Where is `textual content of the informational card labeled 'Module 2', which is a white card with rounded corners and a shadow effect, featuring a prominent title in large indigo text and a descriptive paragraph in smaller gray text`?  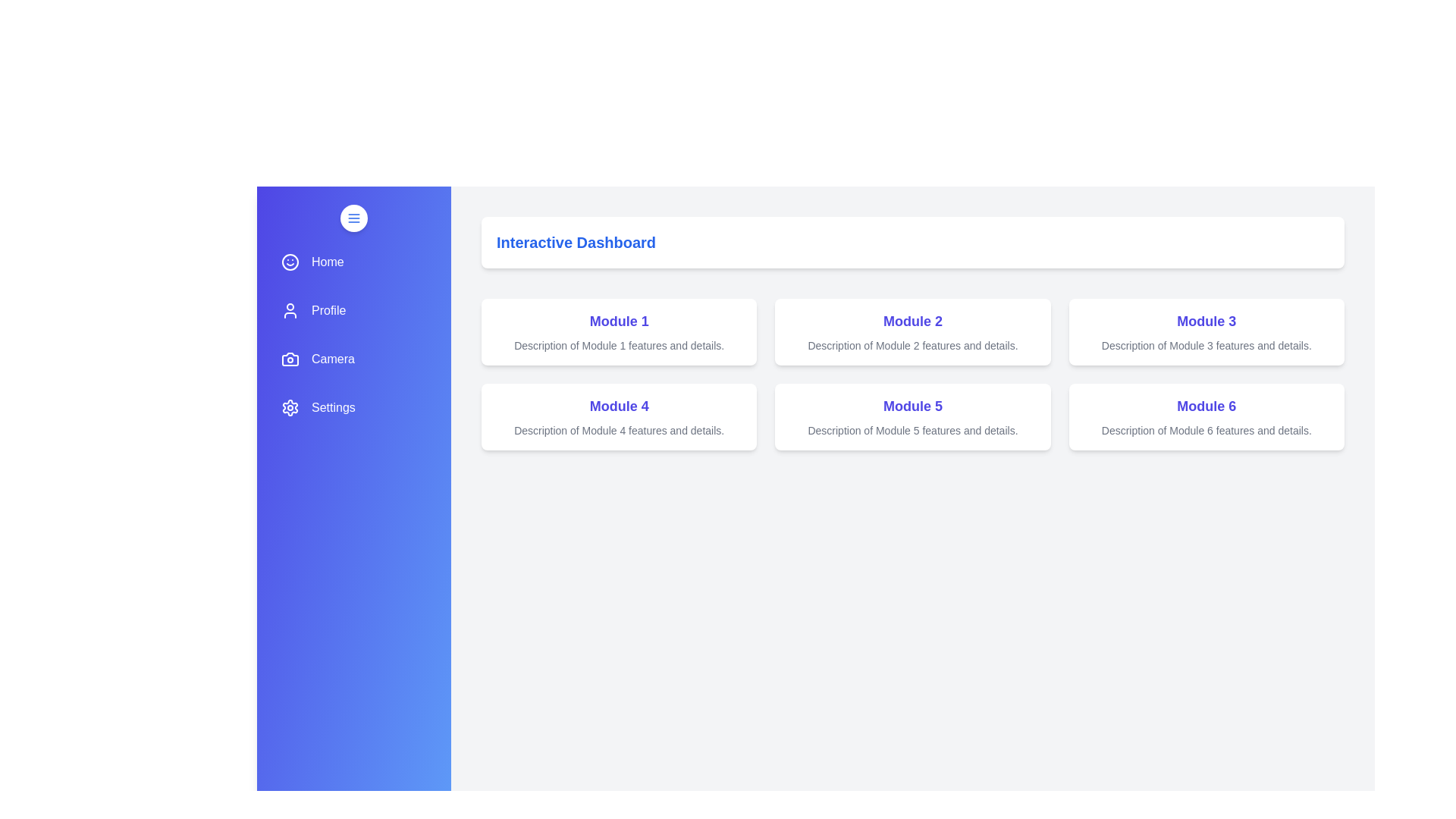 textual content of the informational card labeled 'Module 2', which is a white card with rounded corners and a shadow effect, featuring a prominent title in large indigo text and a descriptive paragraph in smaller gray text is located at coordinates (912, 331).